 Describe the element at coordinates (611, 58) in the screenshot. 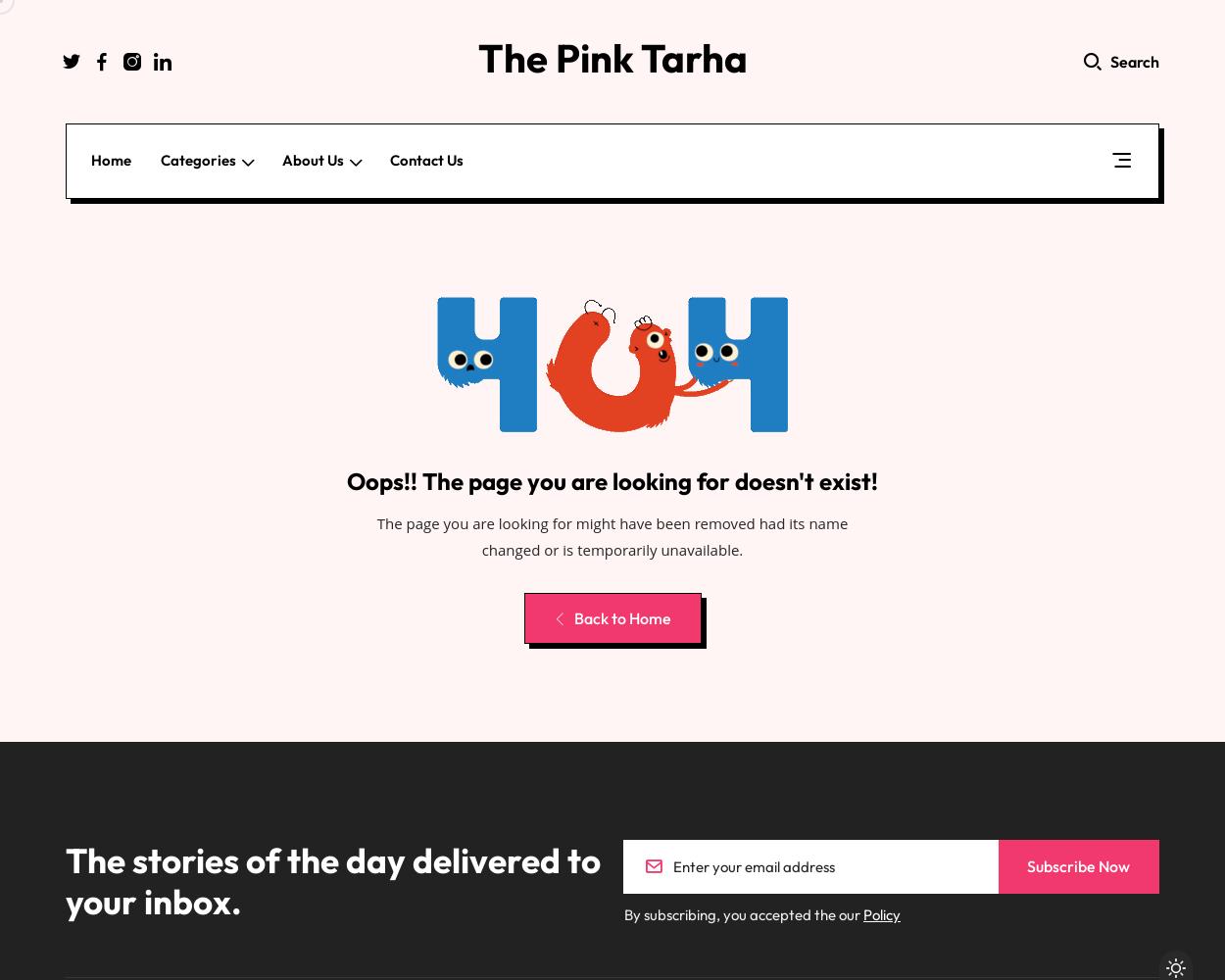

I see `'The Pink Tarha'` at that location.